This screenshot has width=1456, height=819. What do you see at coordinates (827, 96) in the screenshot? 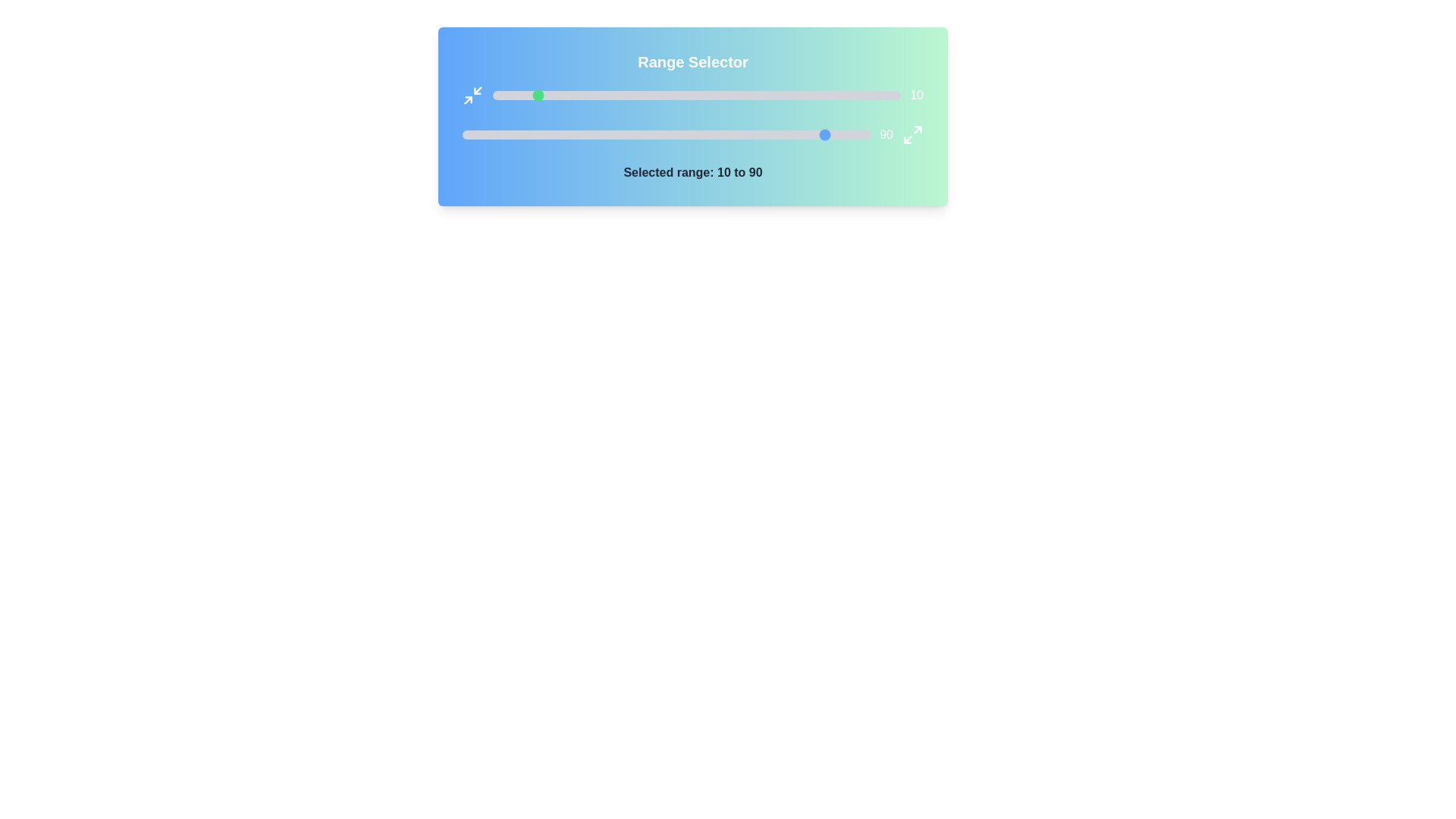
I see `the slider value` at bounding box center [827, 96].